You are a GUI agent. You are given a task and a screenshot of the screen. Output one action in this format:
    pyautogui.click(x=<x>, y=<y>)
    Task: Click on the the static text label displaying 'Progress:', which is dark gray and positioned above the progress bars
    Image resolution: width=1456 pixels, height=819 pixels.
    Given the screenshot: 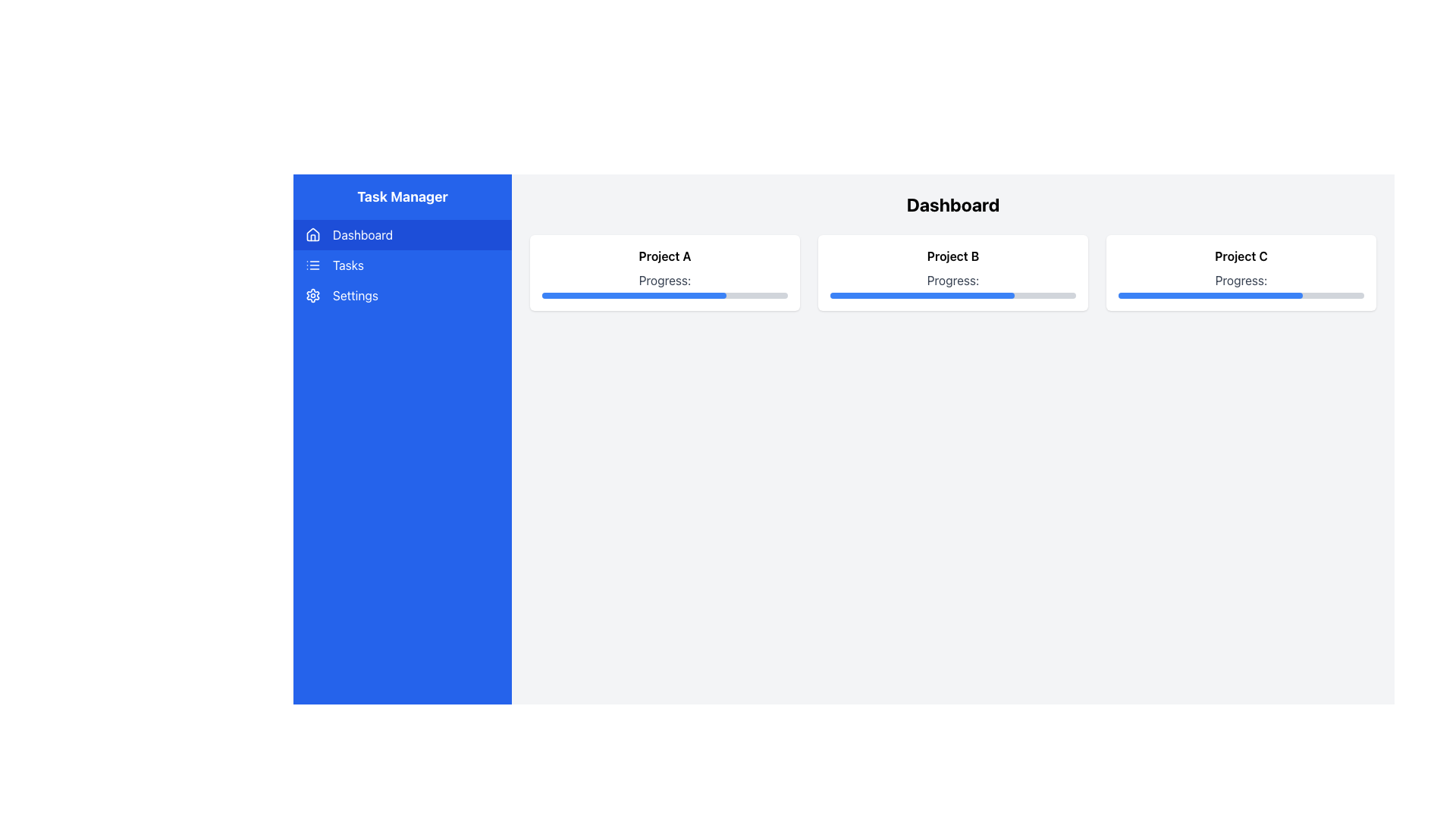 What is the action you would take?
    pyautogui.click(x=665, y=284)
    